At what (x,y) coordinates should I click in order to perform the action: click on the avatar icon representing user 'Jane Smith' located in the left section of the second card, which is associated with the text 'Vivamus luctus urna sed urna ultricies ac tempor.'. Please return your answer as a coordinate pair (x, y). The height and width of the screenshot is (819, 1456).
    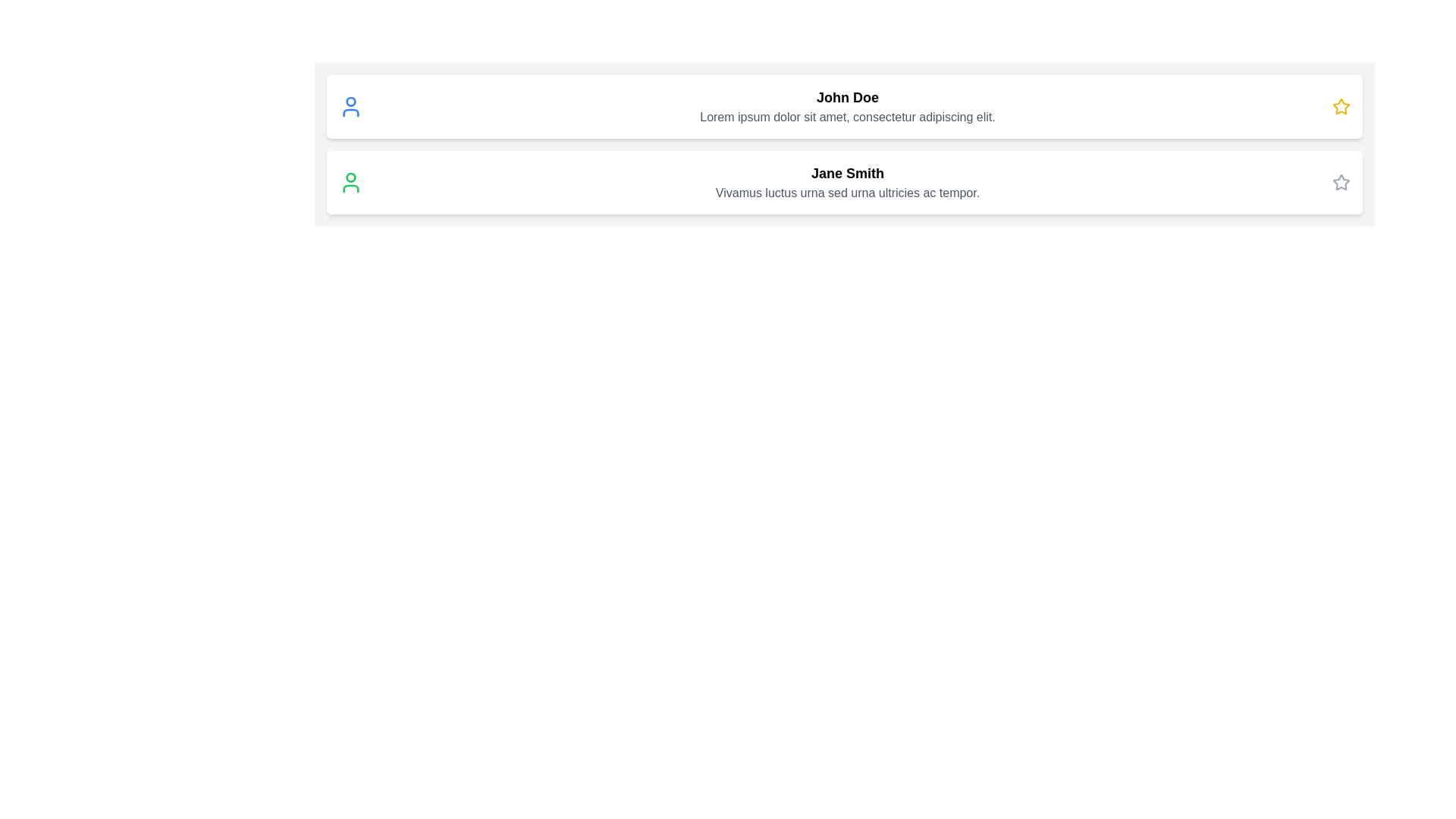
    Looking at the image, I should click on (350, 181).